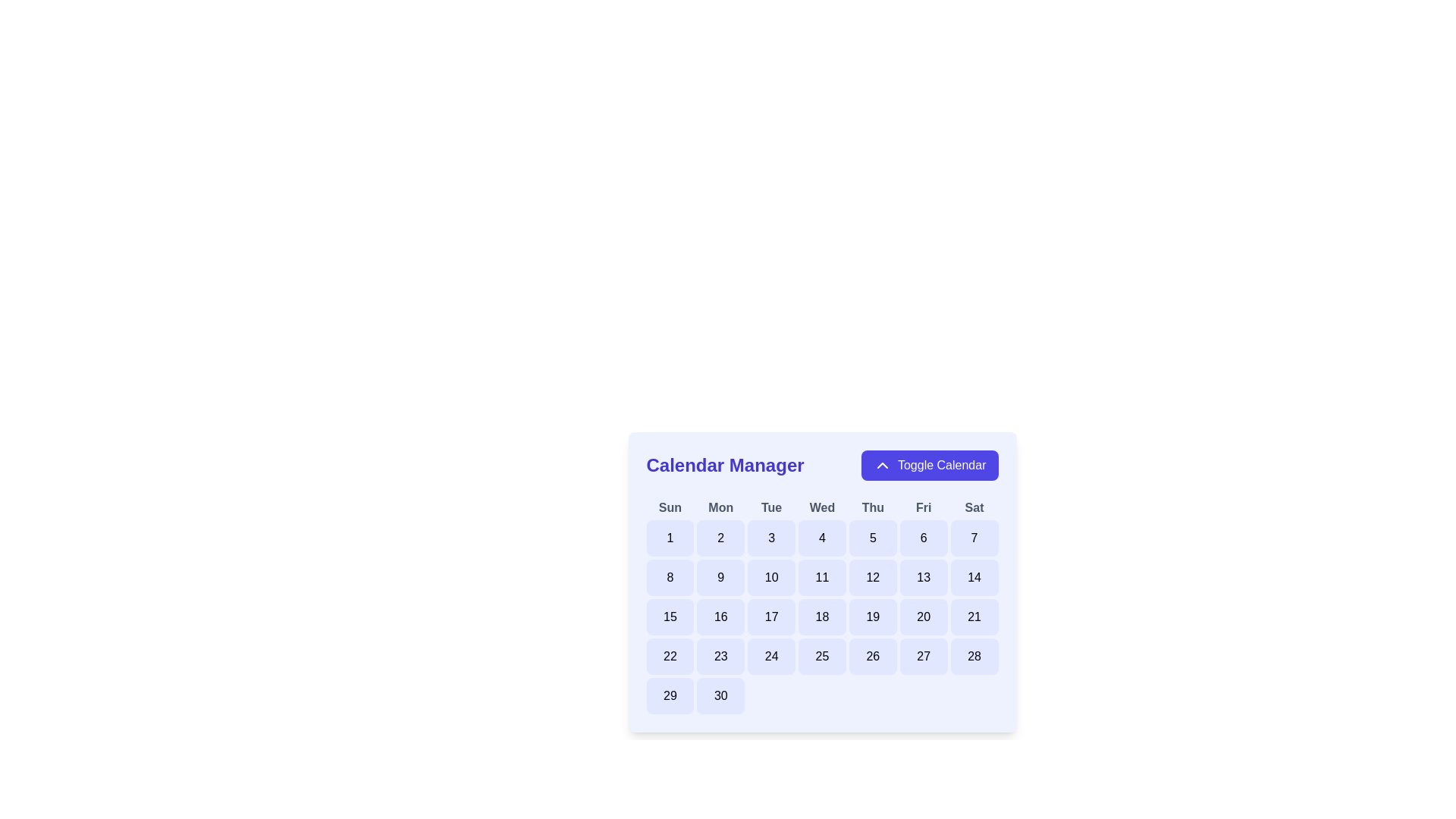  I want to click on the text label displaying 'Mon', which is the second item in a row of day abbreviations above the calendar grid, so click(720, 508).